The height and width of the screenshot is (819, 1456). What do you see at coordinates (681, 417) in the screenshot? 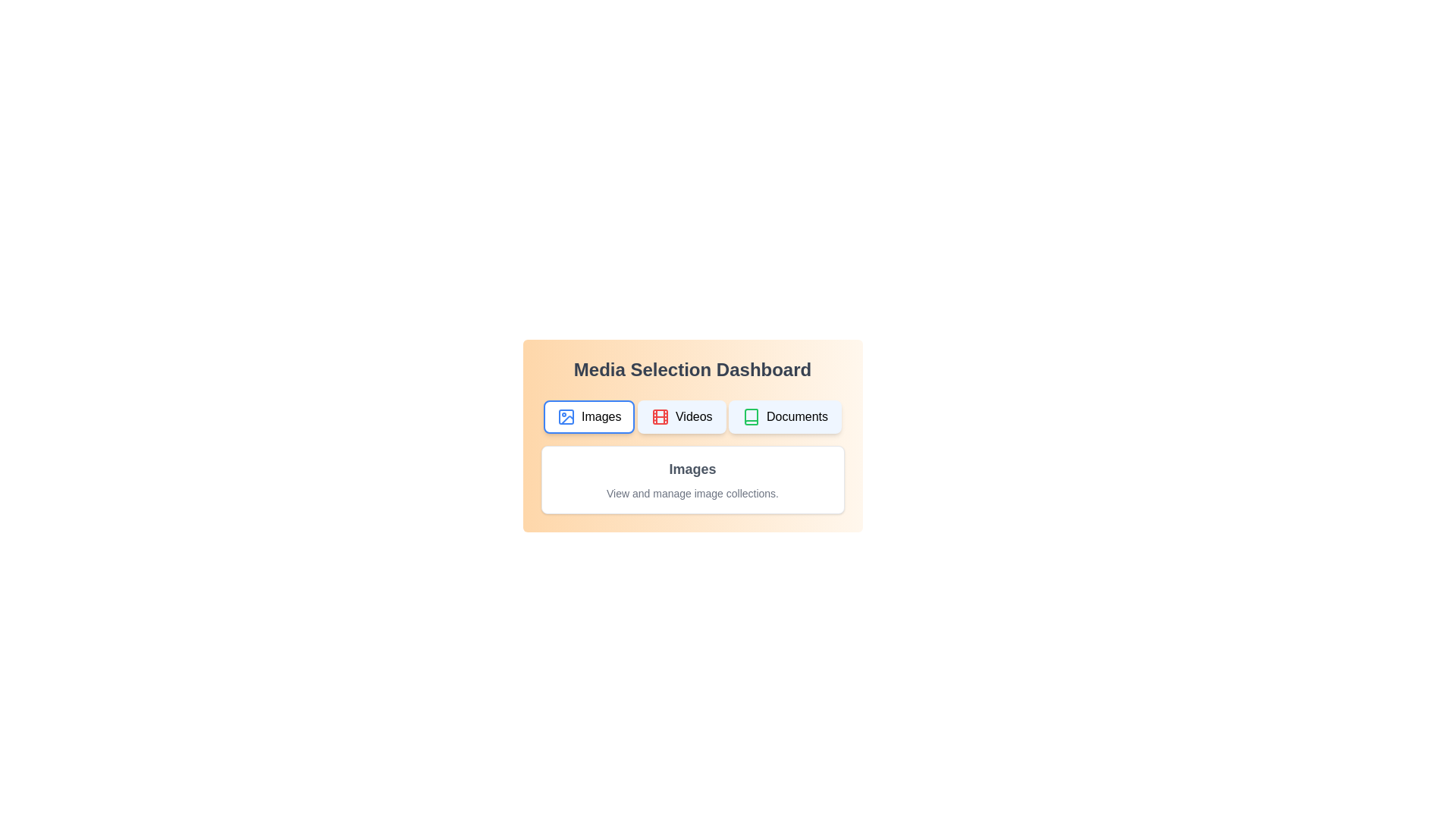
I see `the button that allows users to navigate to or interact with video-related content, positioned between the 'Images' and 'Documents' buttons, by` at bounding box center [681, 417].